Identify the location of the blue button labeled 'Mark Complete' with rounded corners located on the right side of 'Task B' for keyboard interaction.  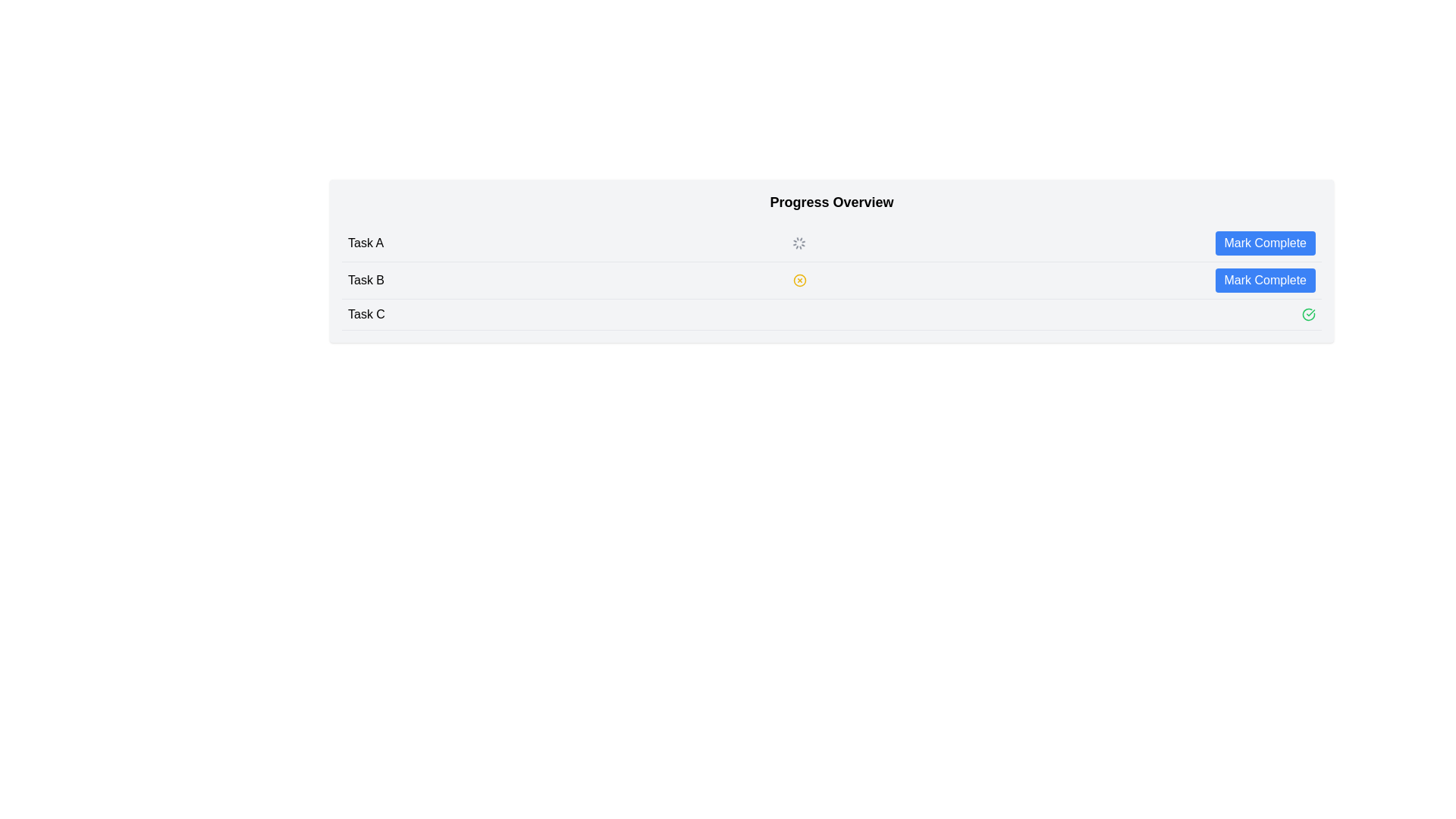
(1265, 281).